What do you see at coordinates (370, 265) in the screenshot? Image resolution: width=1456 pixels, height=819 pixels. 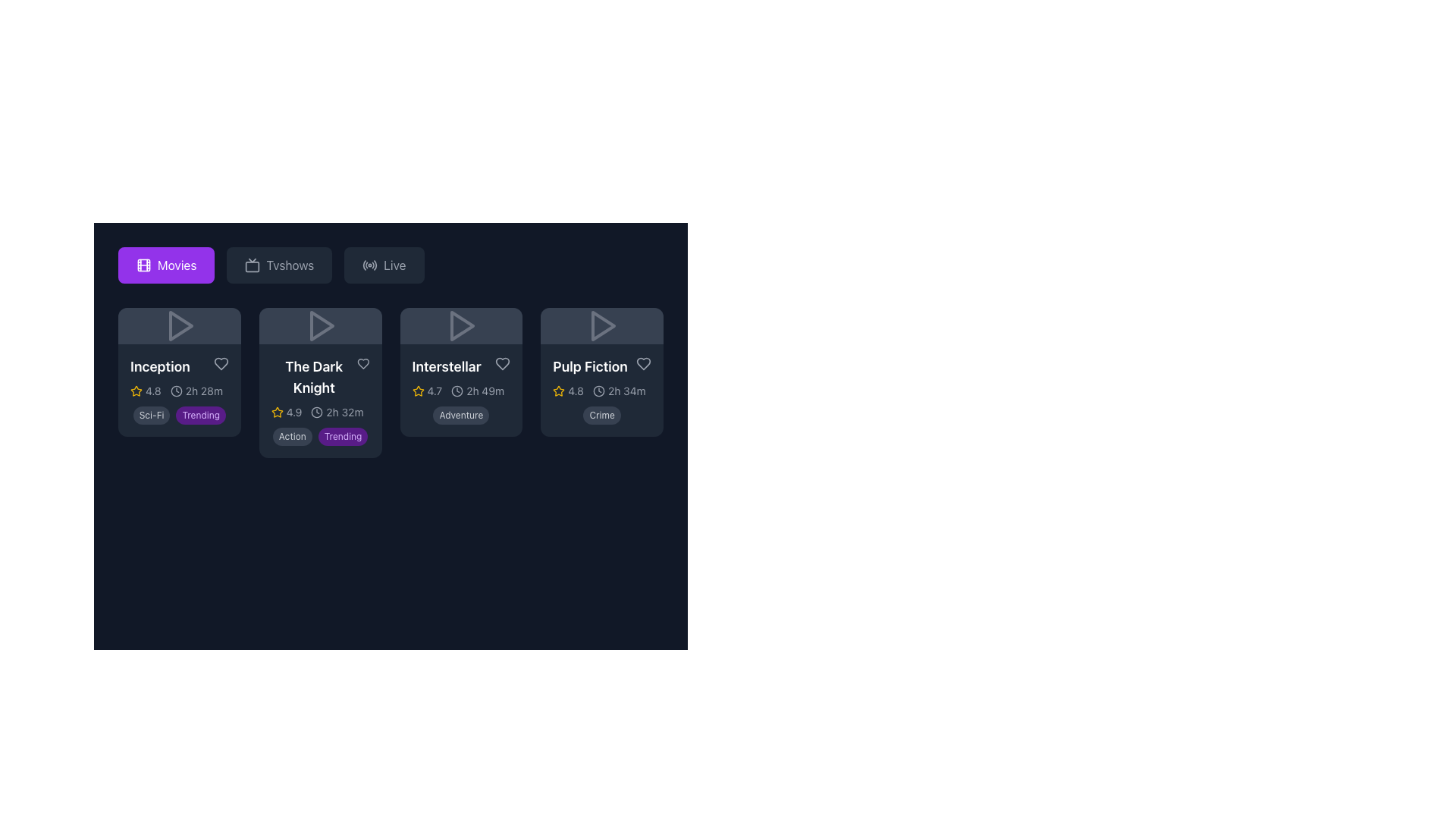 I see `the circular radio-like icon with concentric circles and a central dot located in the top-right corner of the interface, to the right of the 'Tvshows' button` at bounding box center [370, 265].